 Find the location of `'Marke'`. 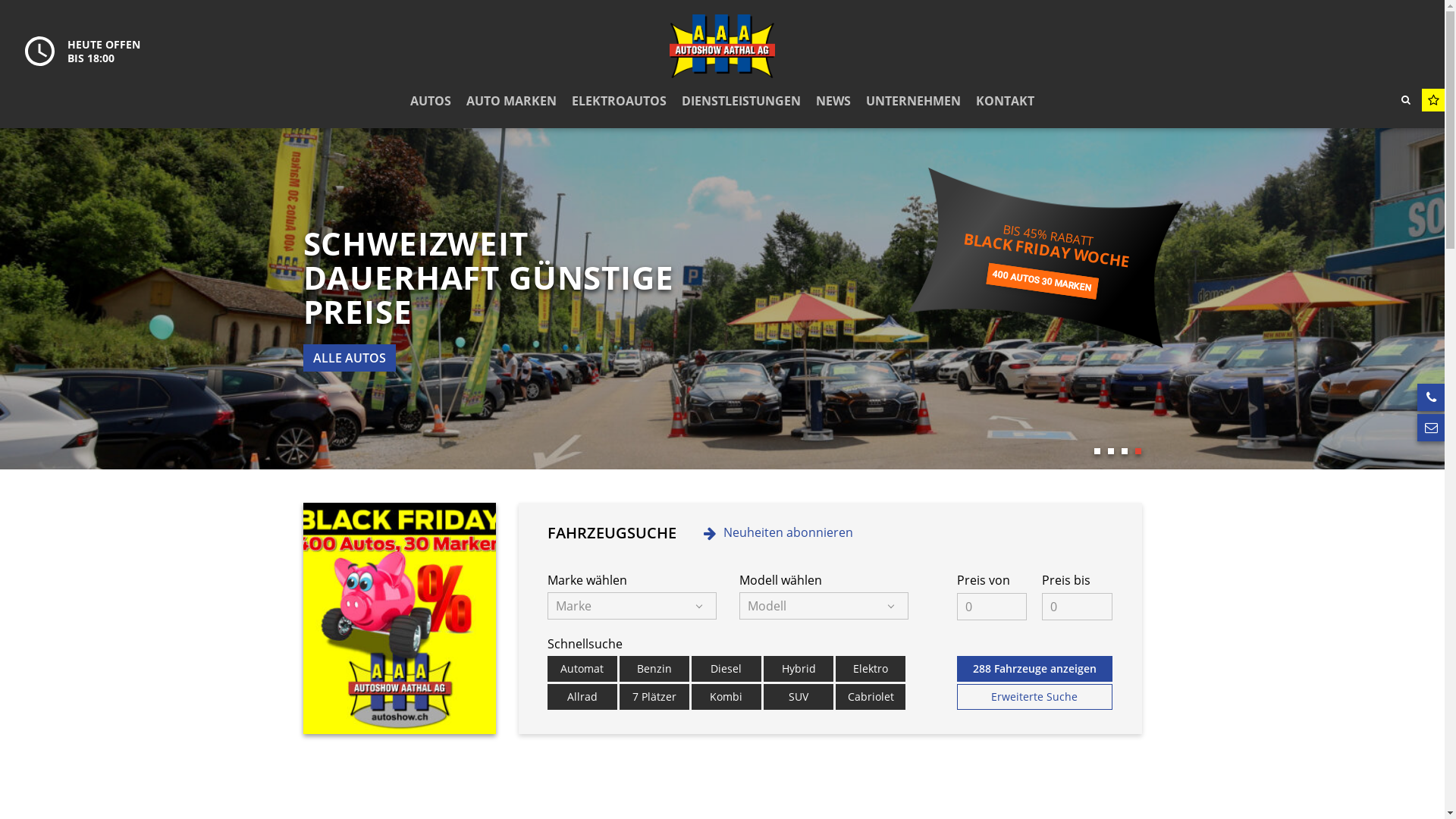

'Marke' is located at coordinates (546, 604).